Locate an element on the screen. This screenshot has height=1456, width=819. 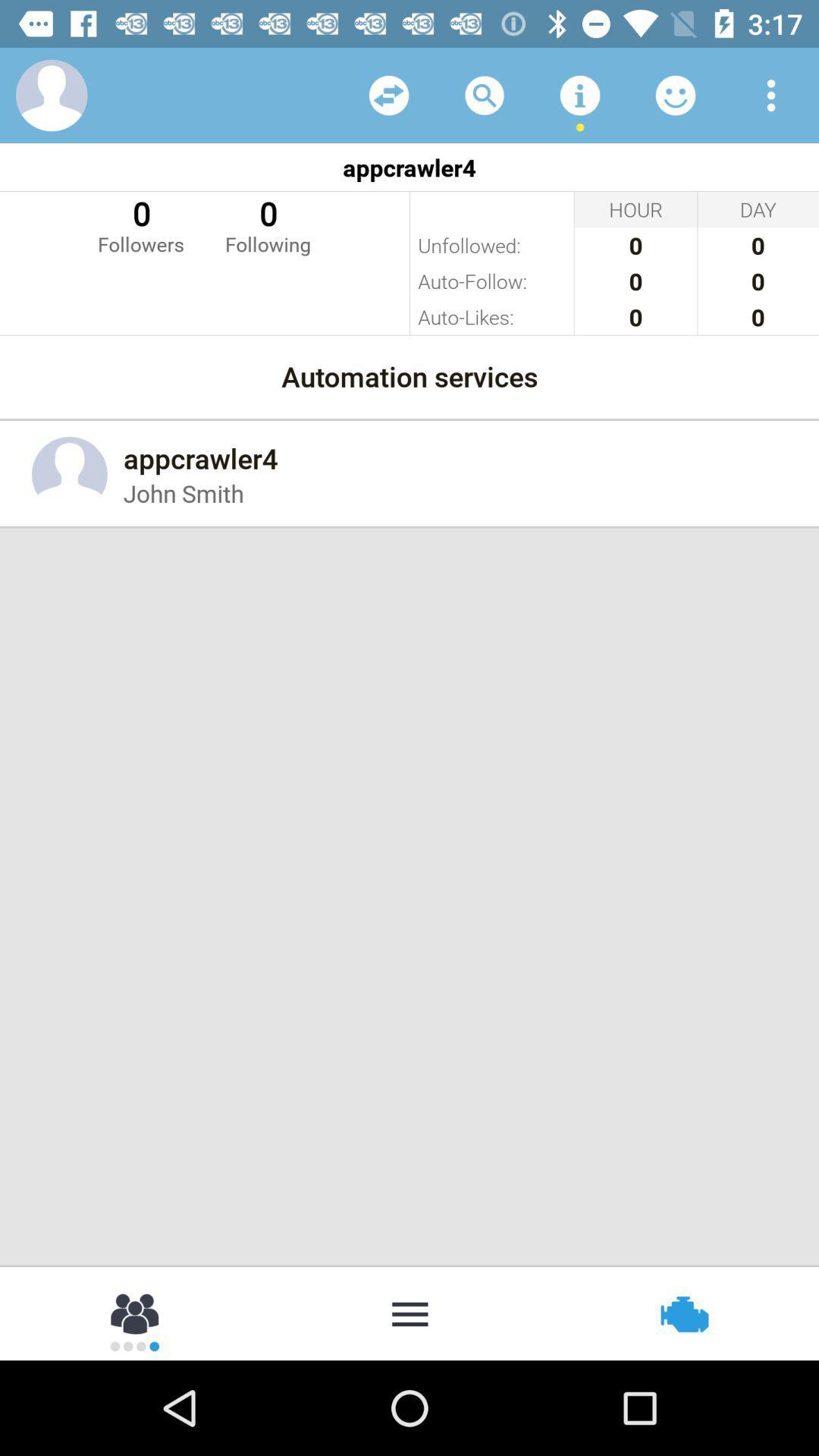
active emoji is located at coordinates (675, 94).